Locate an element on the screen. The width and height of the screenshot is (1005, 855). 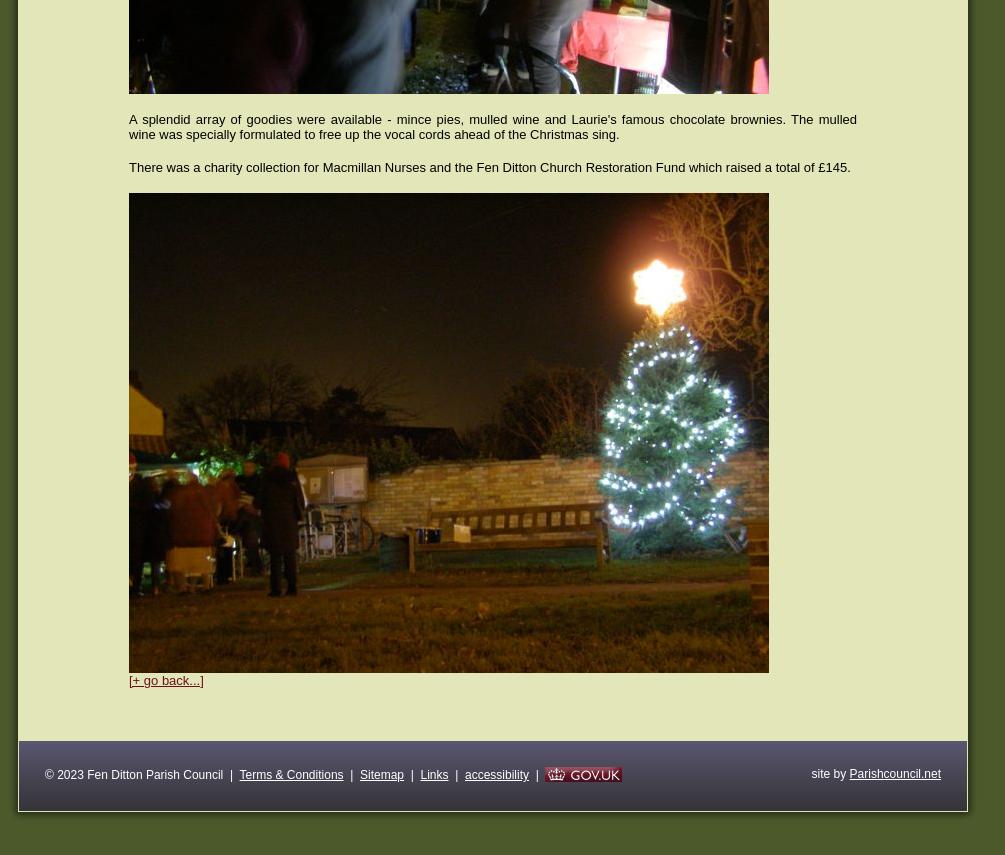
'Links' is located at coordinates (433, 773).